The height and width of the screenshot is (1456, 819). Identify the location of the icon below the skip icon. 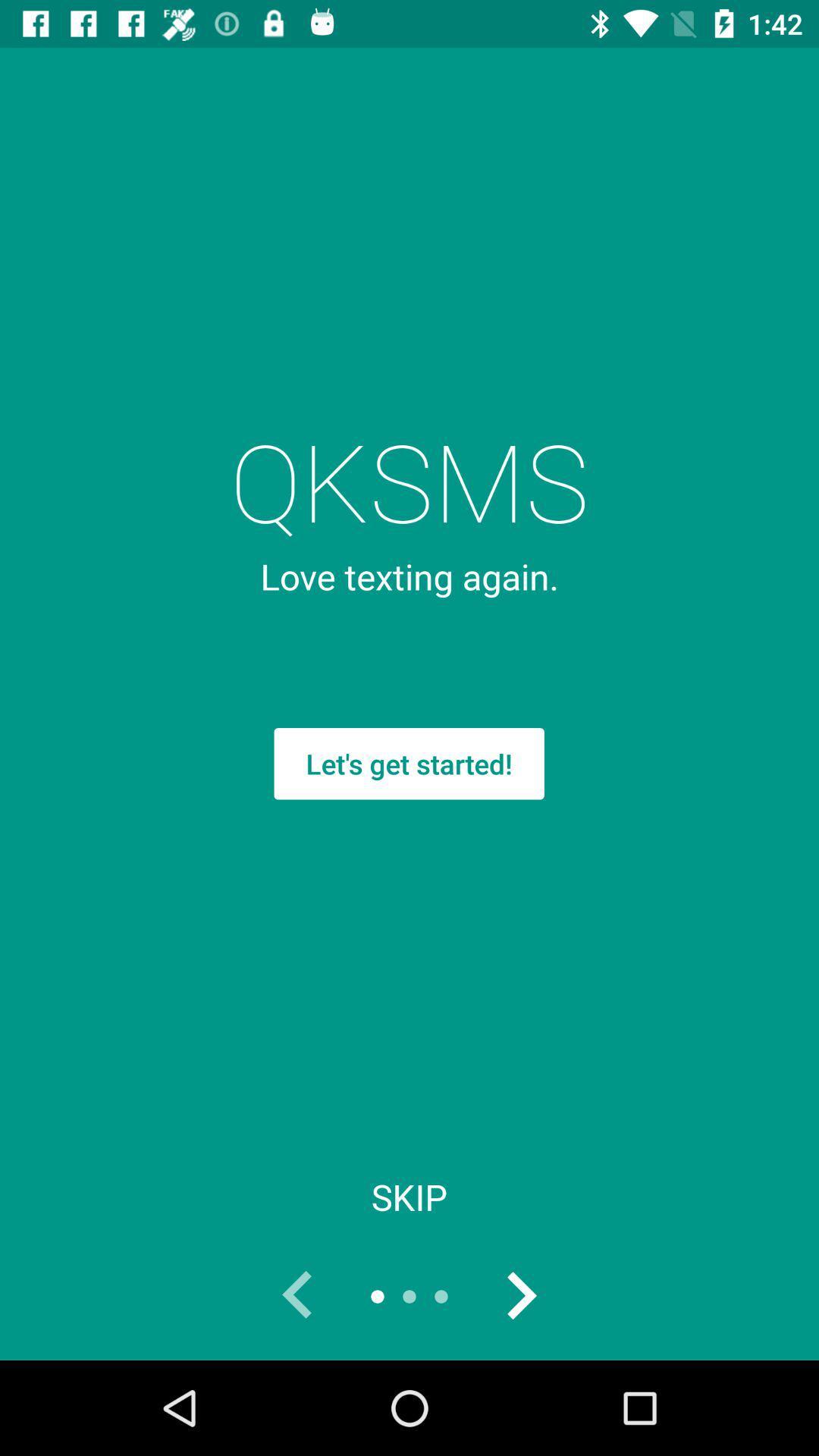
(298, 1295).